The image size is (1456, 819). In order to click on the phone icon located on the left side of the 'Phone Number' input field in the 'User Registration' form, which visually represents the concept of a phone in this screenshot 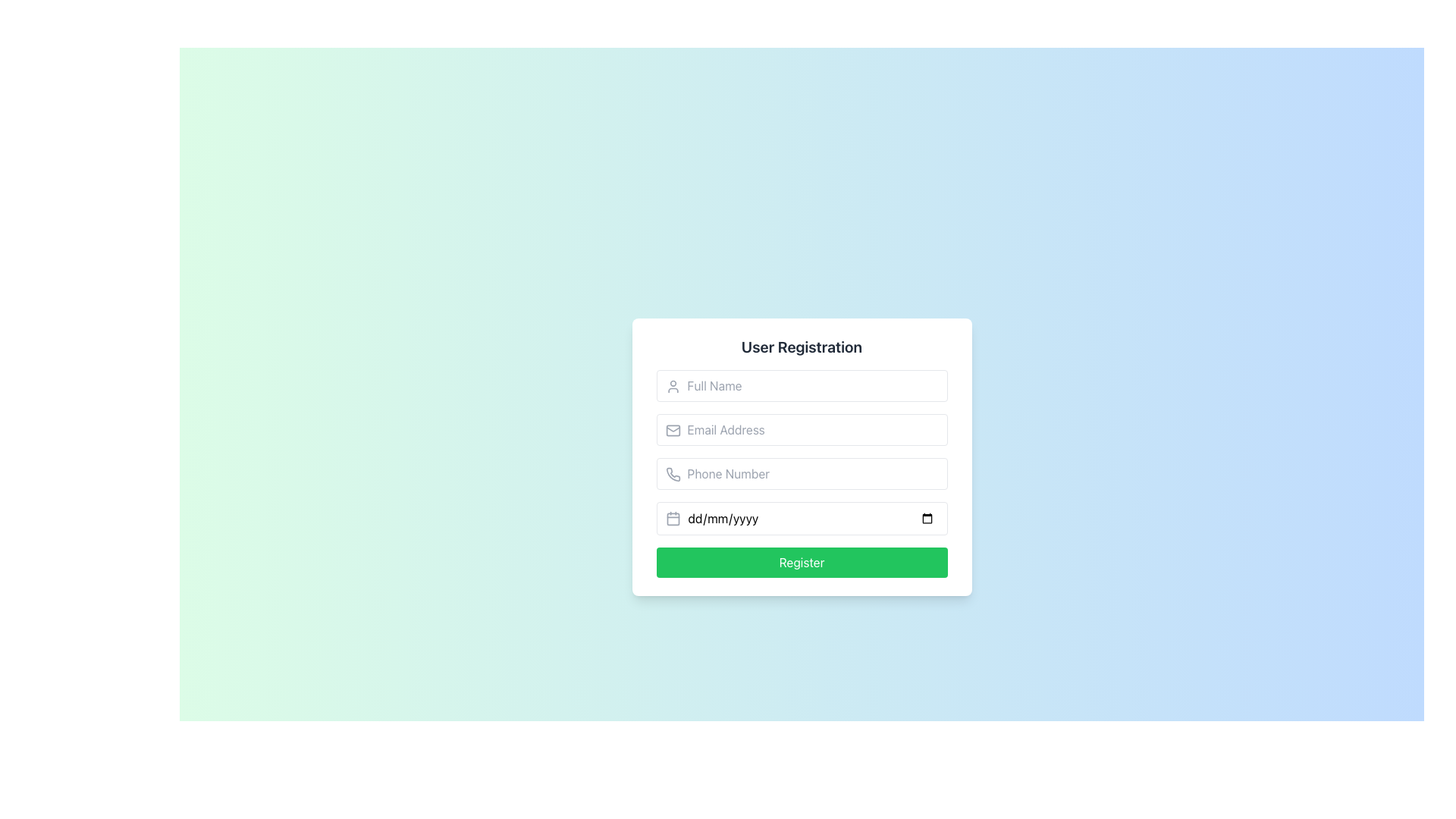, I will do `click(672, 473)`.